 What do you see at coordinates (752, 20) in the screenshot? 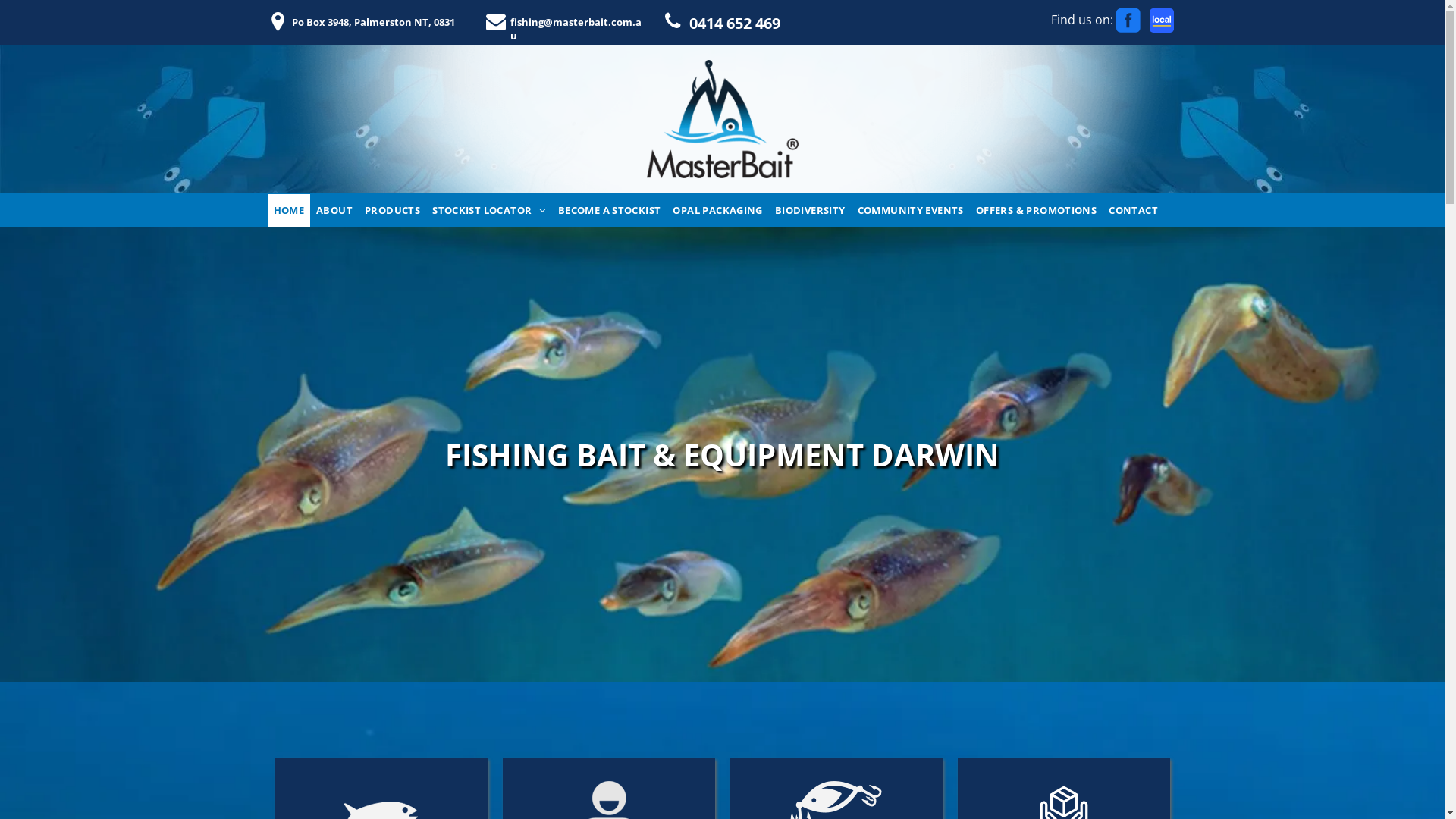
I see `'0414 652 469'` at bounding box center [752, 20].